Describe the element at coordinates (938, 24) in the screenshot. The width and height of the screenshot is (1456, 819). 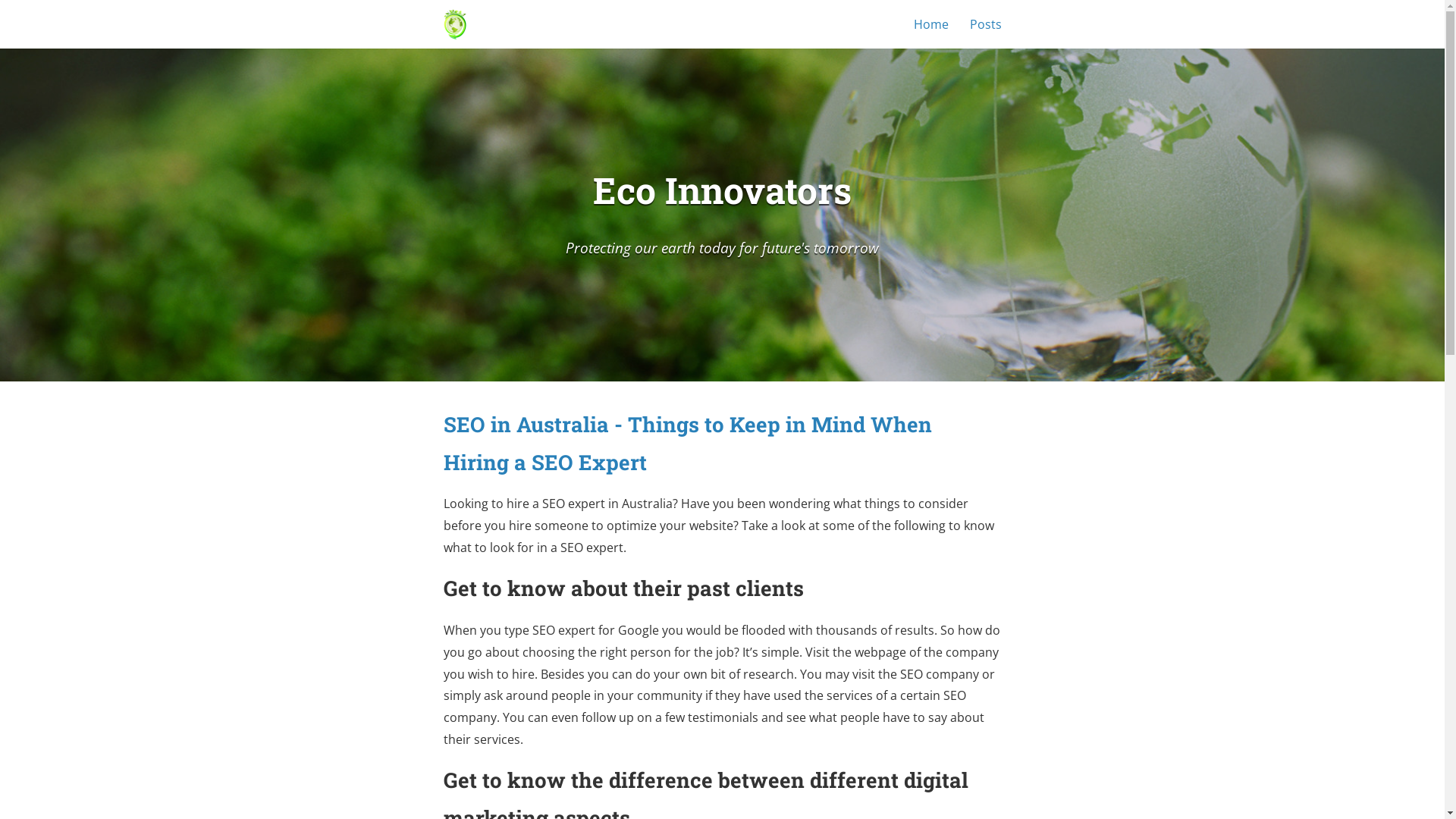
I see `'Home'` at that location.